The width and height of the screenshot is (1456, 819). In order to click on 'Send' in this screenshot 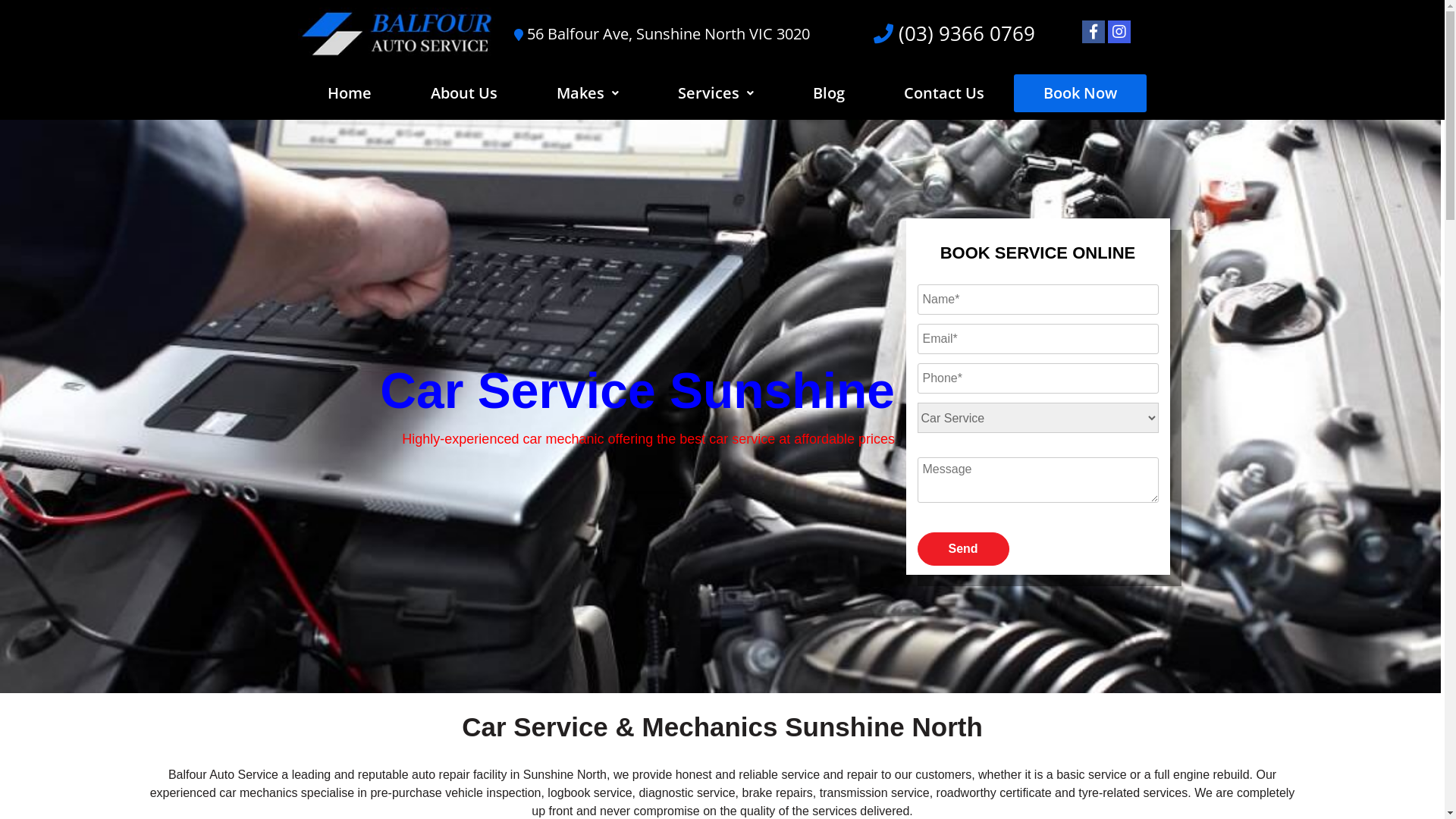, I will do `click(962, 549)`.